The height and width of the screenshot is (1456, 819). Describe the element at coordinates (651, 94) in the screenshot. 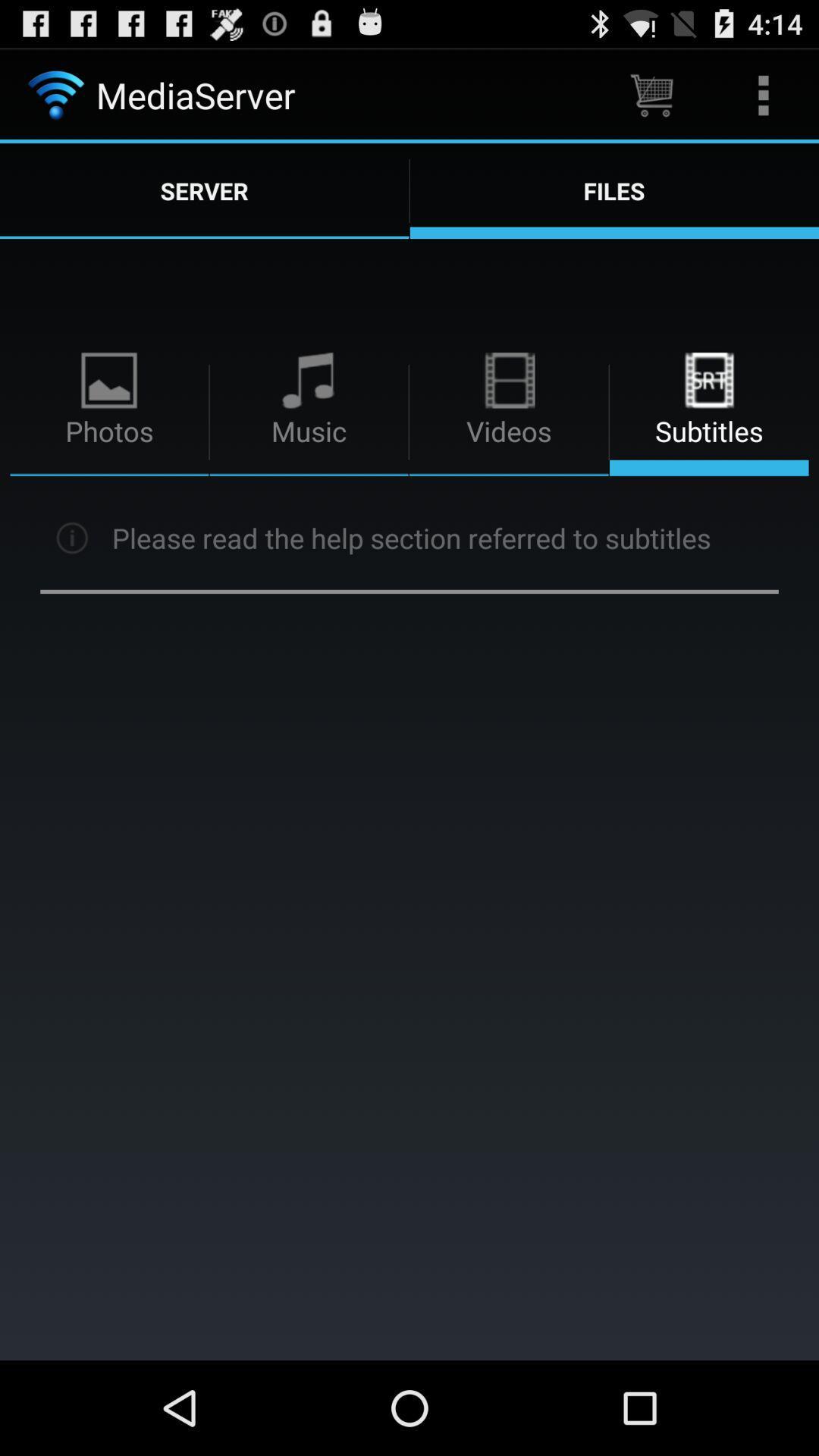

I see `icon next to the mediaserver item` at that location.